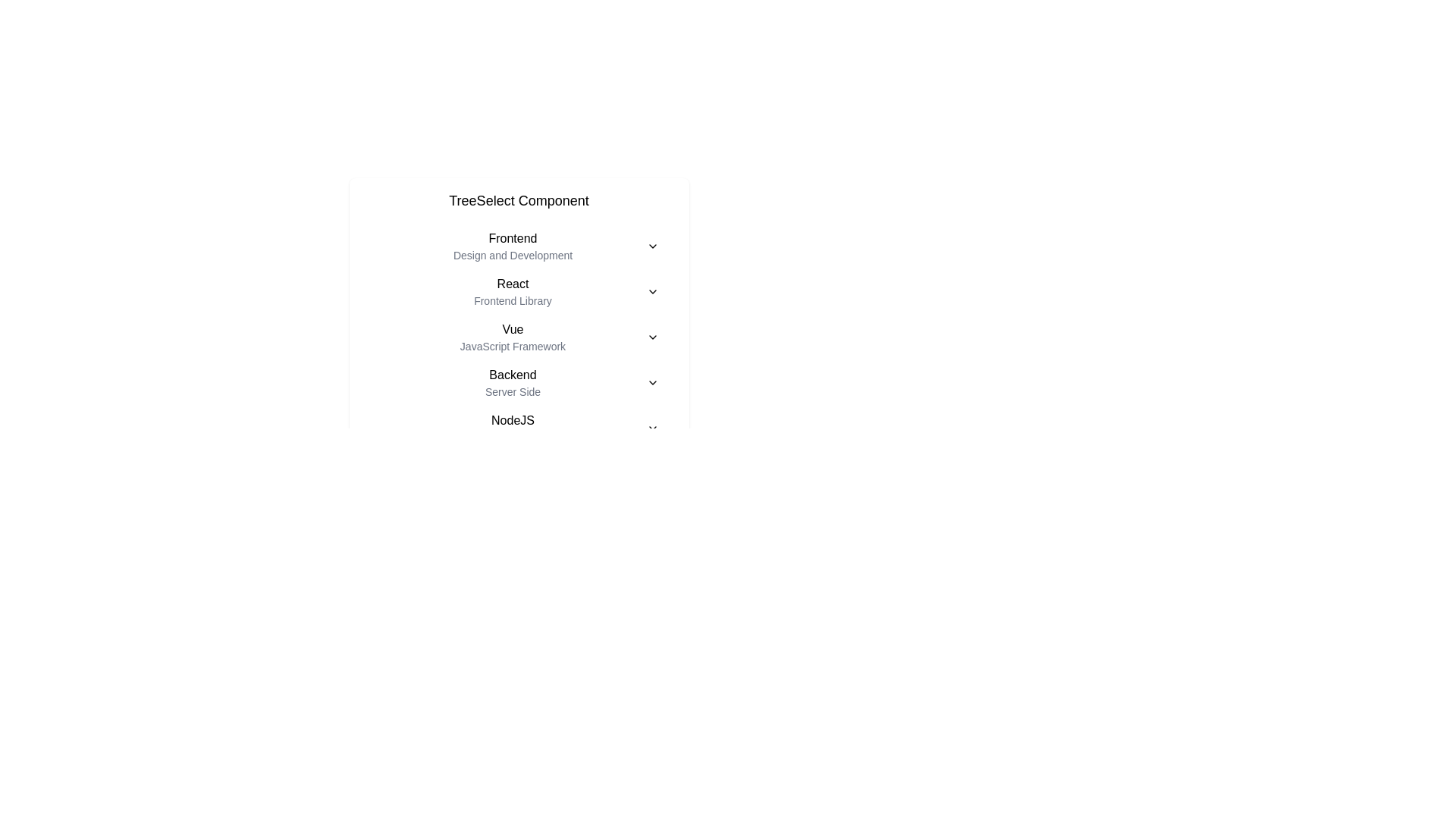  Describe the element at coordinates (513, 346) in the screenshot. I see `the text label displaying 'JavaScript Framework' in gray, located under the 'Vue' header in the expandable category` at that location.